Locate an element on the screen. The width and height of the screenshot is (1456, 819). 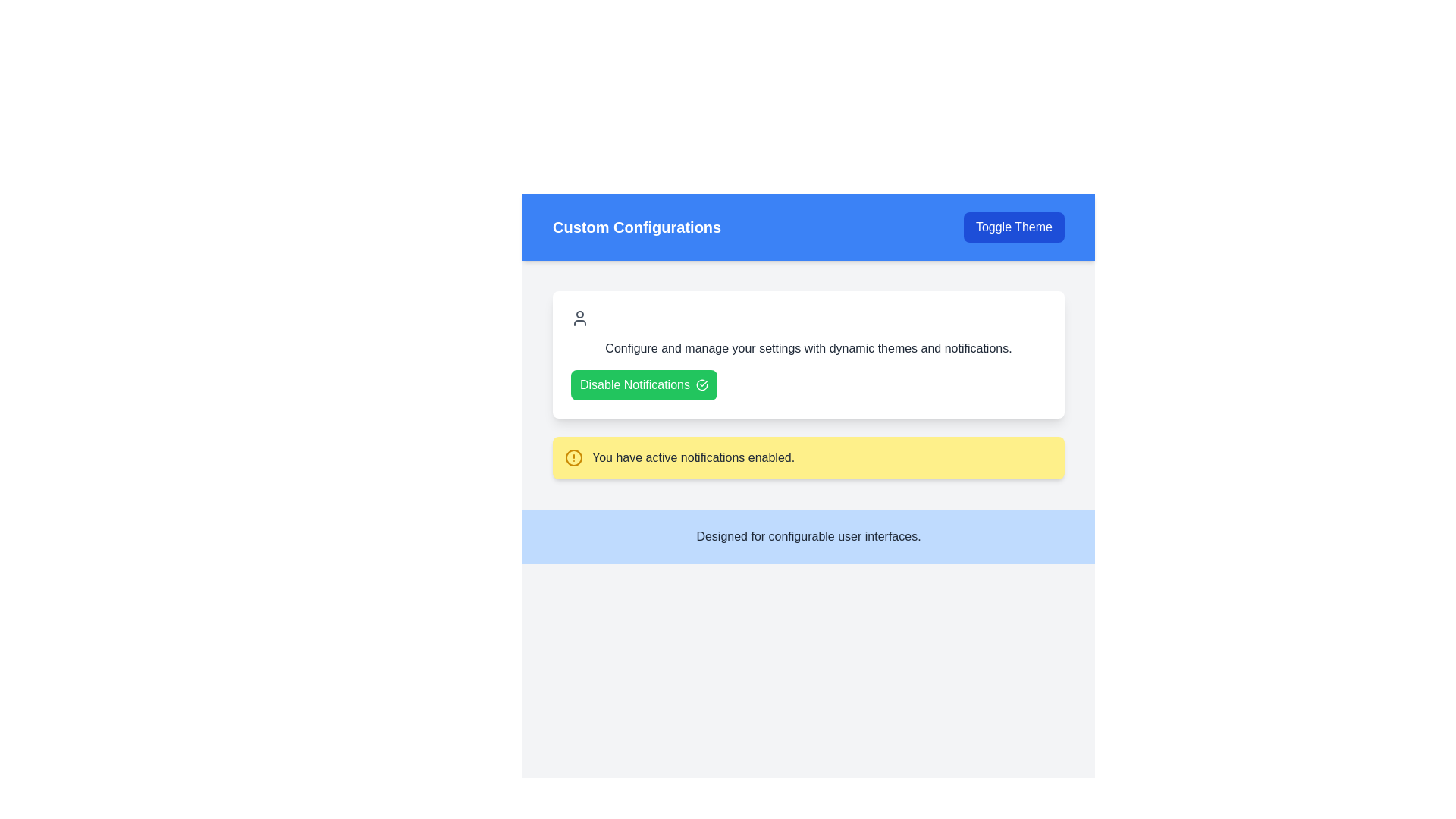
the Text Label that serves as a header or title for the section, located on the left side of the header bar, preceding the 'Toggle Theme' button is located at coordinates (637, 227).